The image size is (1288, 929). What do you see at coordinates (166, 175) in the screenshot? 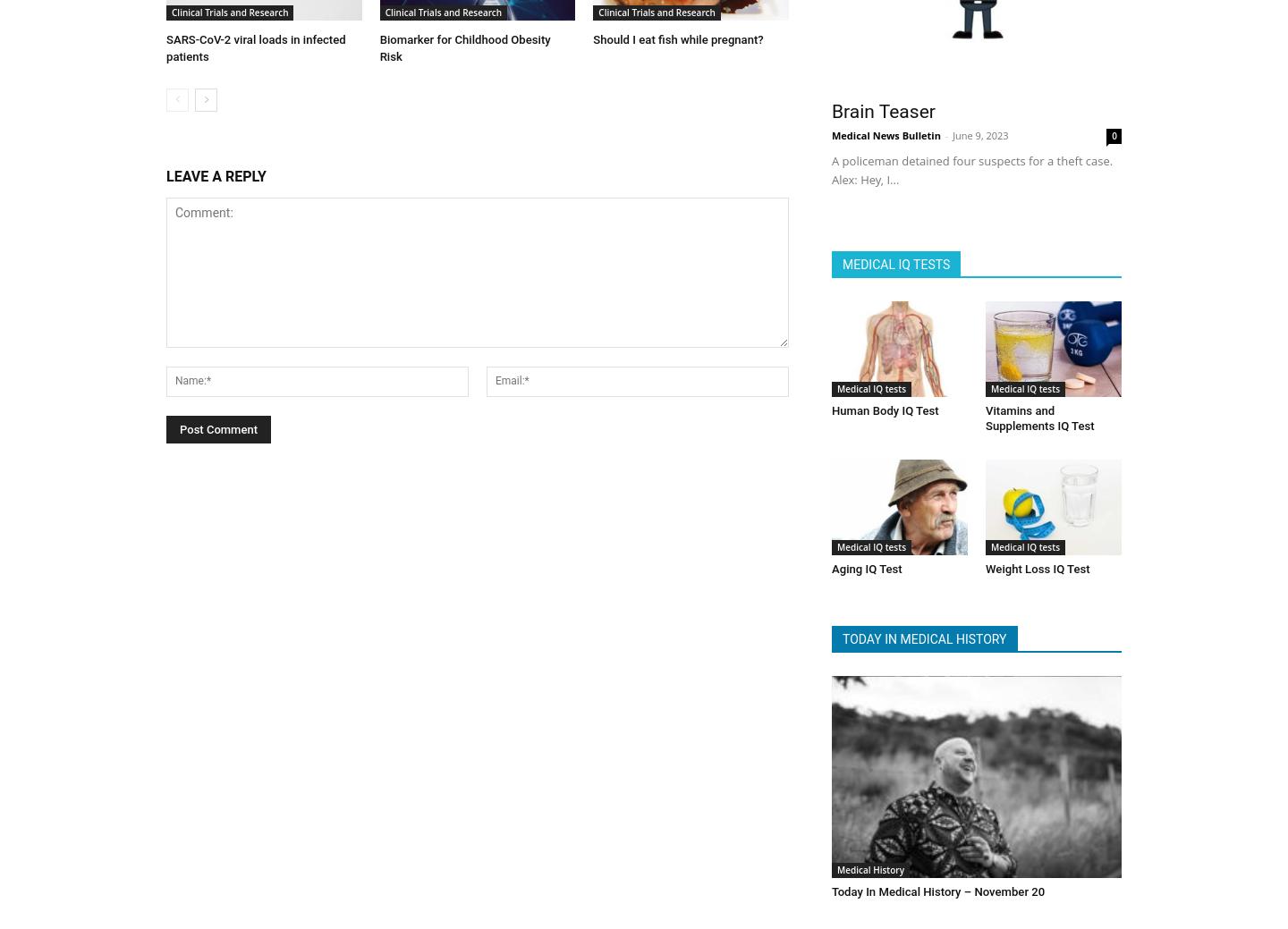
I see `'LEAVE A REPLY'` at bounding box center [166, 175].